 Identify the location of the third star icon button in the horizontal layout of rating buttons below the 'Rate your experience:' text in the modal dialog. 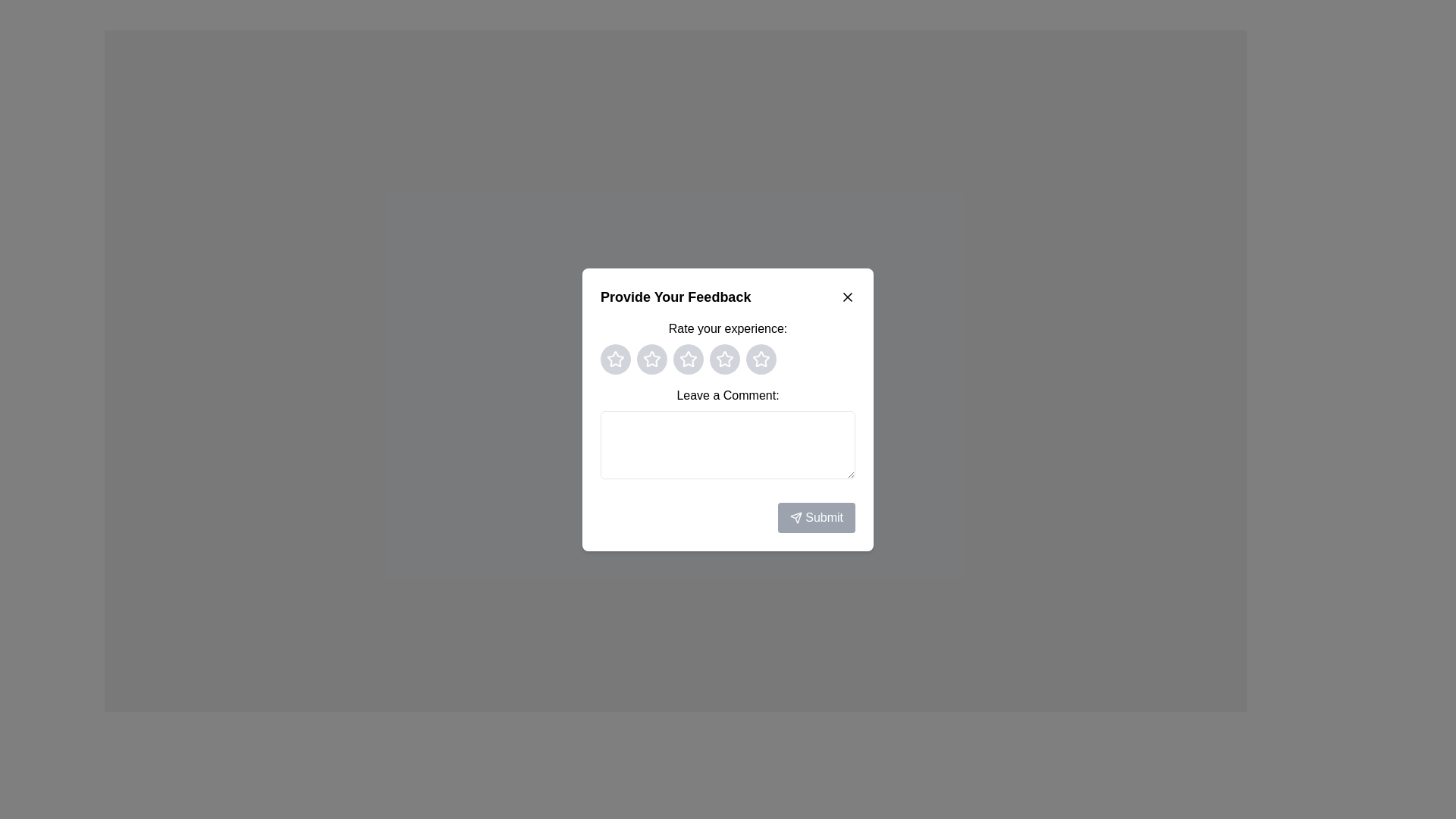
(728, 359).